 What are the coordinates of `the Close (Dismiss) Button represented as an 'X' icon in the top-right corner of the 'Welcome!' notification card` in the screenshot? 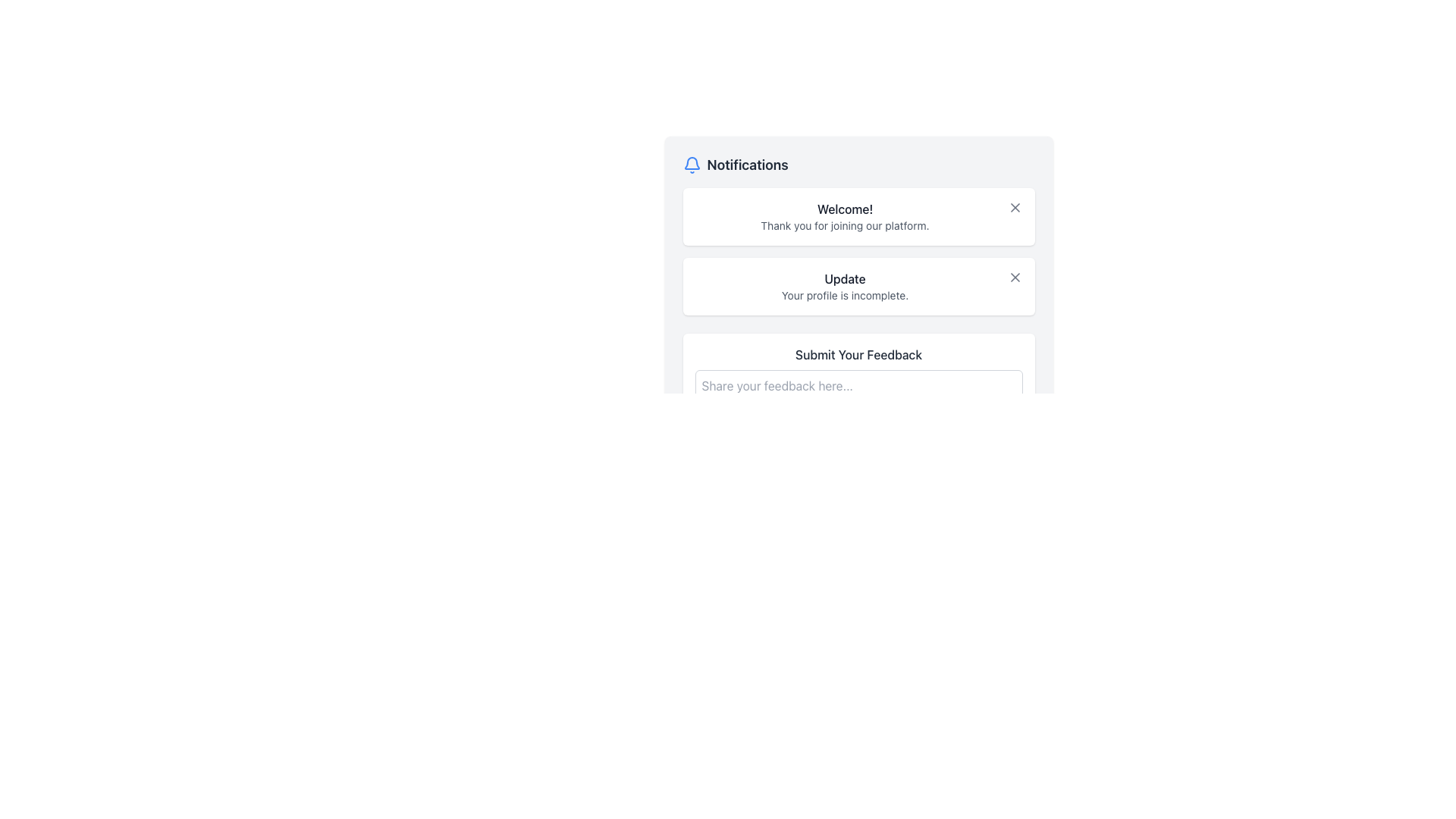 It's located at (1015, 207).